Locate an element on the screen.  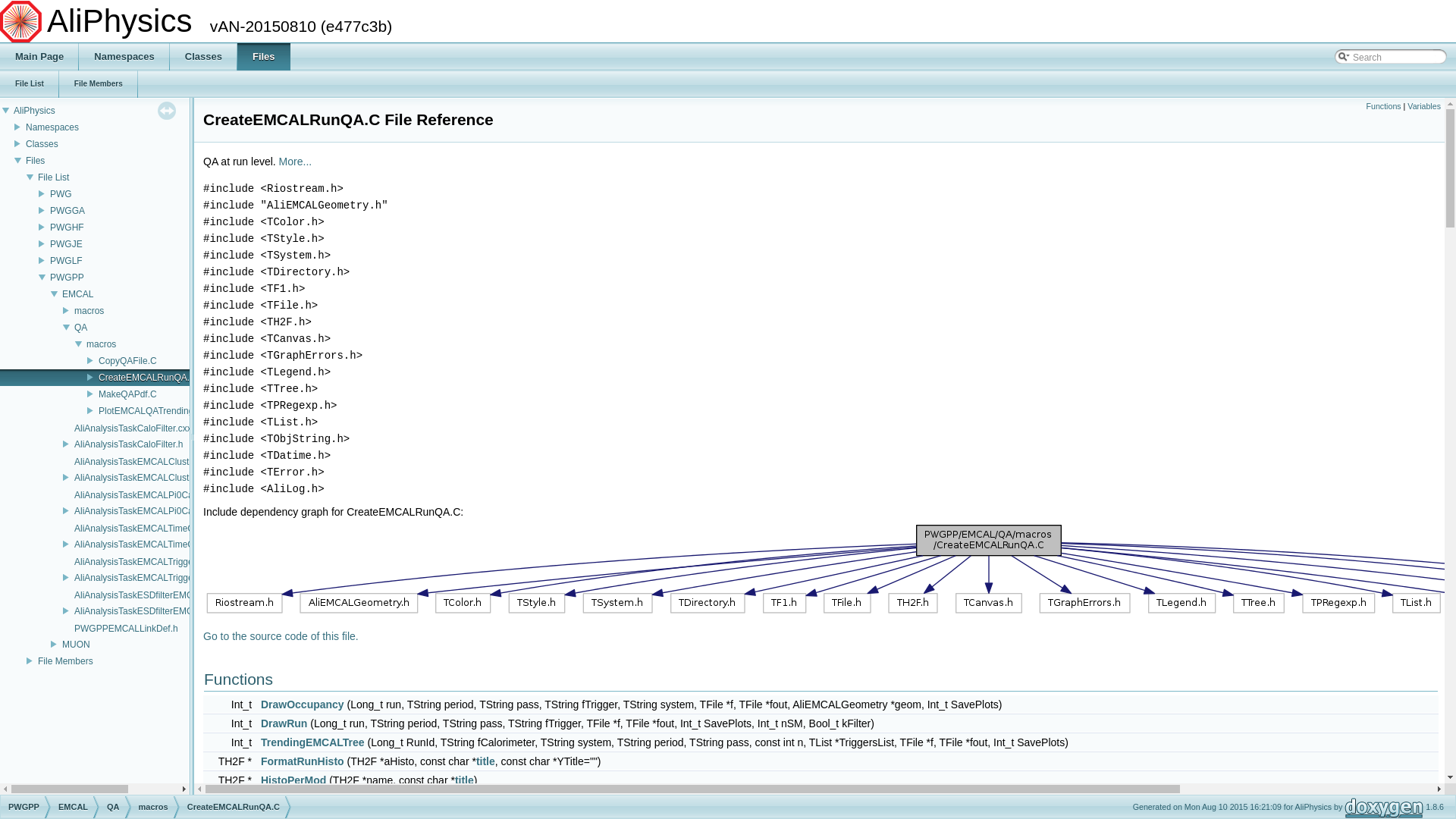
'AliAnalysisTaskCaloFilter.cxx' is located at coordinates (72, 428).